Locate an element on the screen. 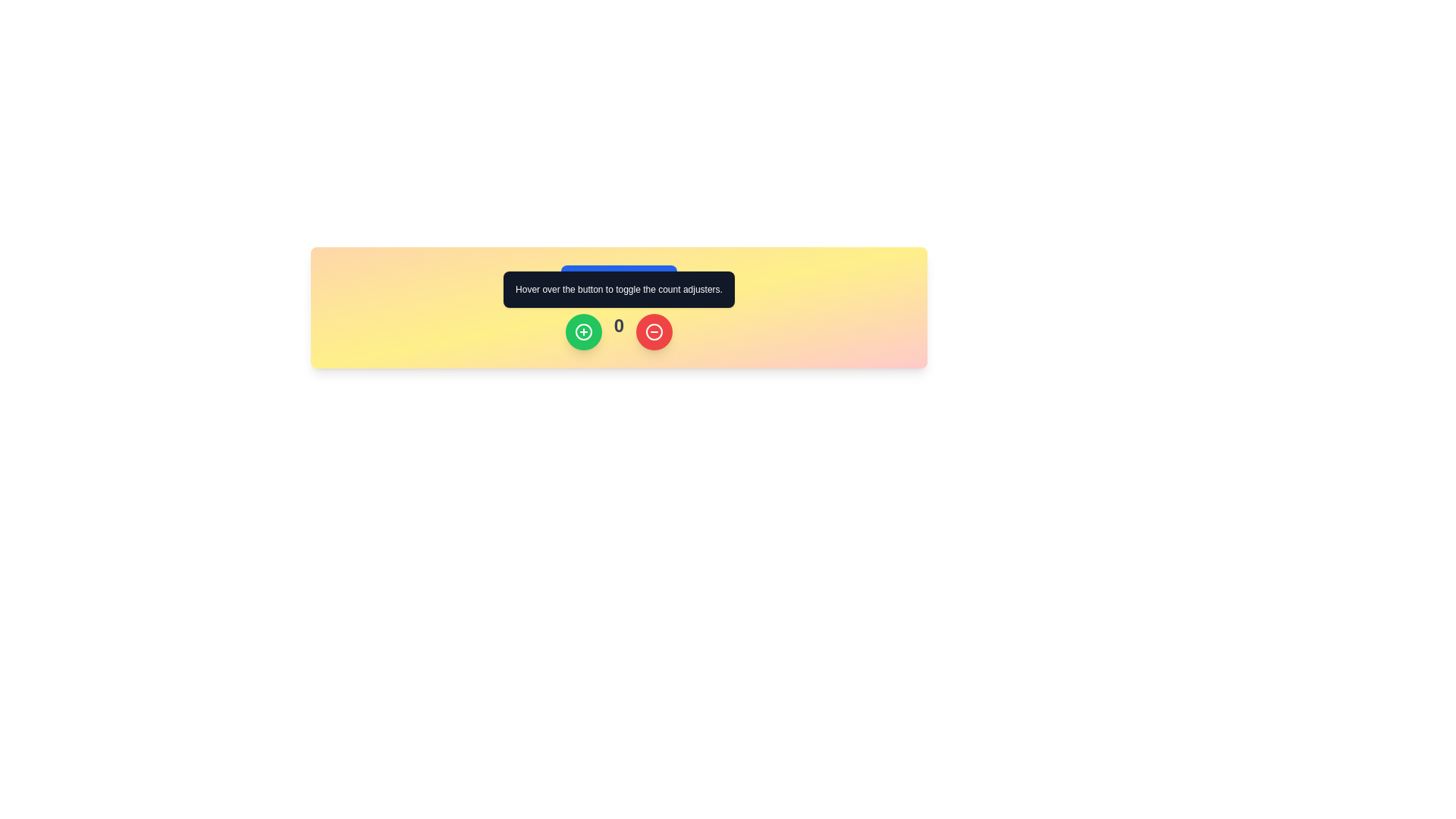 The image size is (1456, 819). the circular red button with a white minus sign to decrease the count is located at coordinates (654, 331).